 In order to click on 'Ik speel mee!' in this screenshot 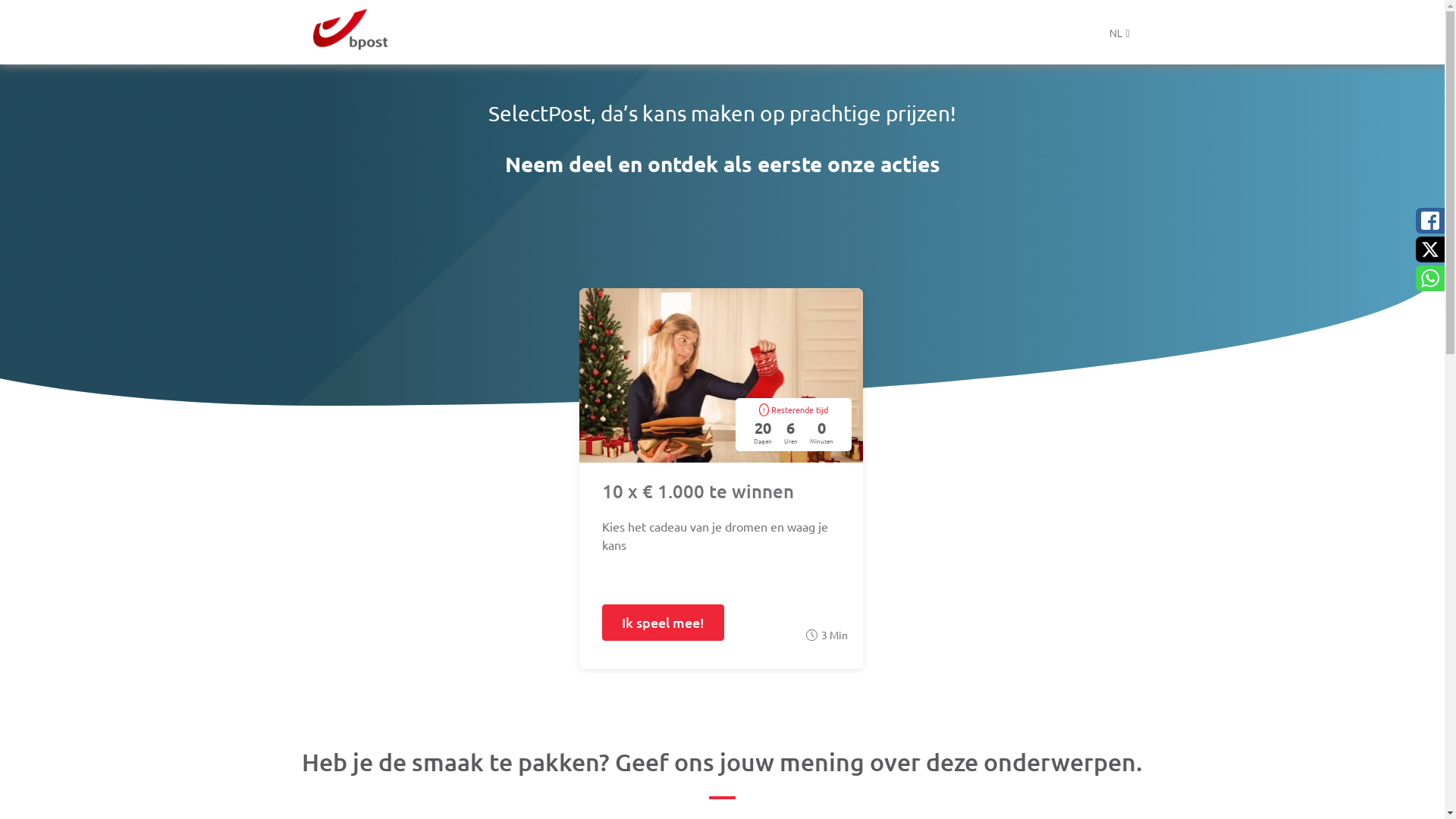, I will do `click(601, 623)`.